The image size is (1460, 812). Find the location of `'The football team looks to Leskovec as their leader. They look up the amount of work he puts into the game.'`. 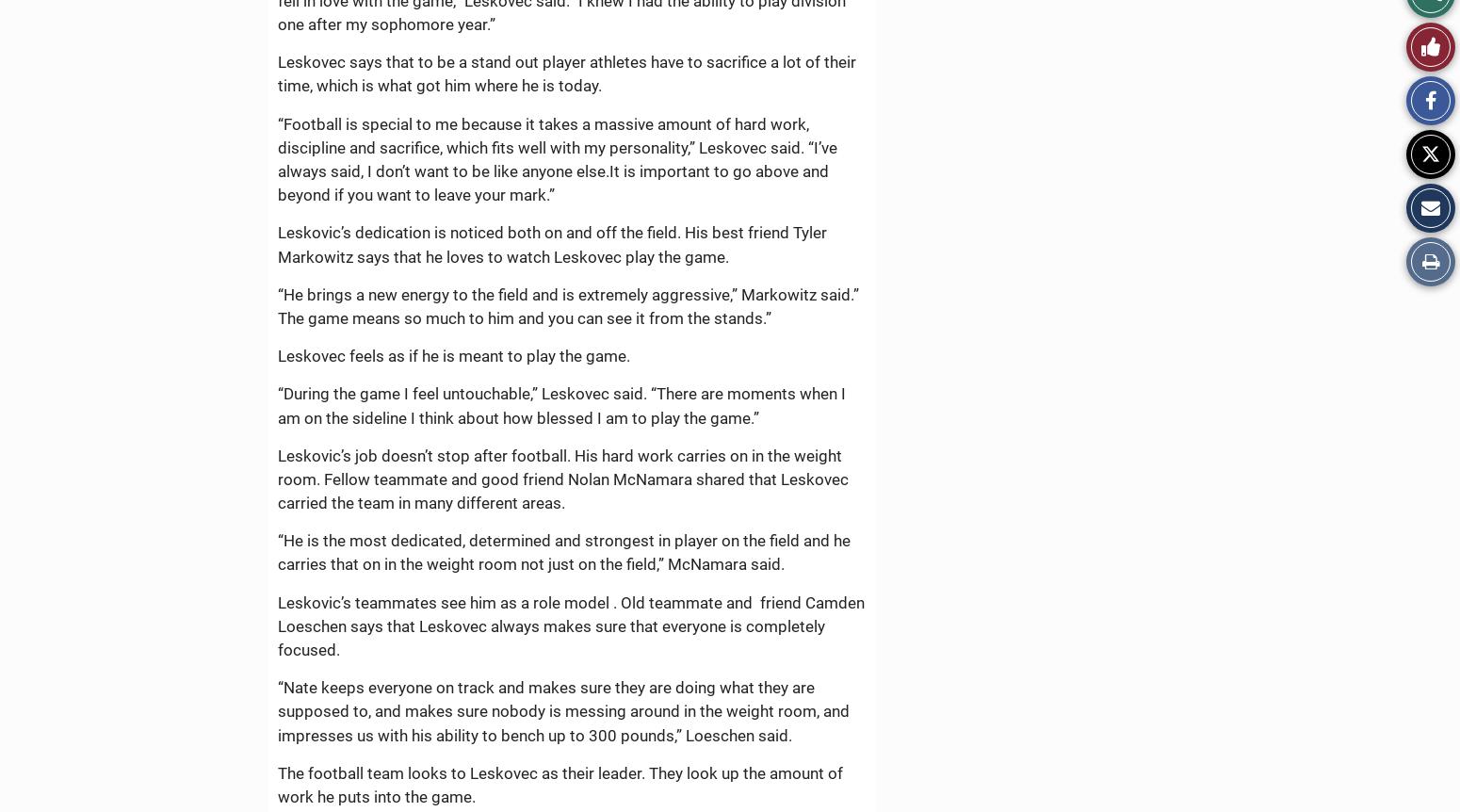

'The football team looks to Leskovec as their leader. They look up the amount of work he puts into the game.' is located at coordinates (560, 783).